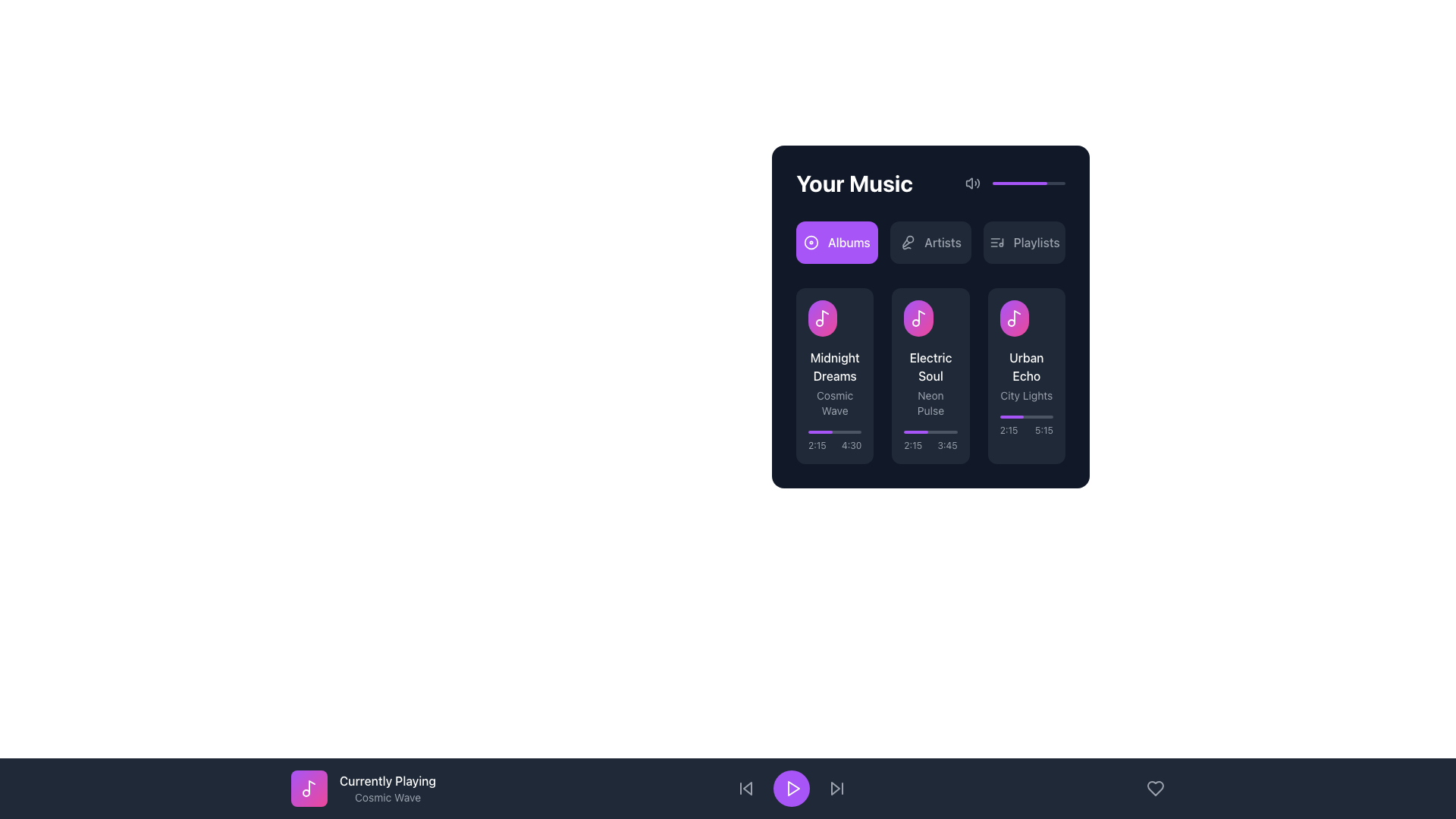 This screenshot has width=1456, height=819. I want to click on the static text label displaying 'Cosmic Wave' in light gray, positioned below 'Midnight Dreams' within the Albums section, so click(834, 403).